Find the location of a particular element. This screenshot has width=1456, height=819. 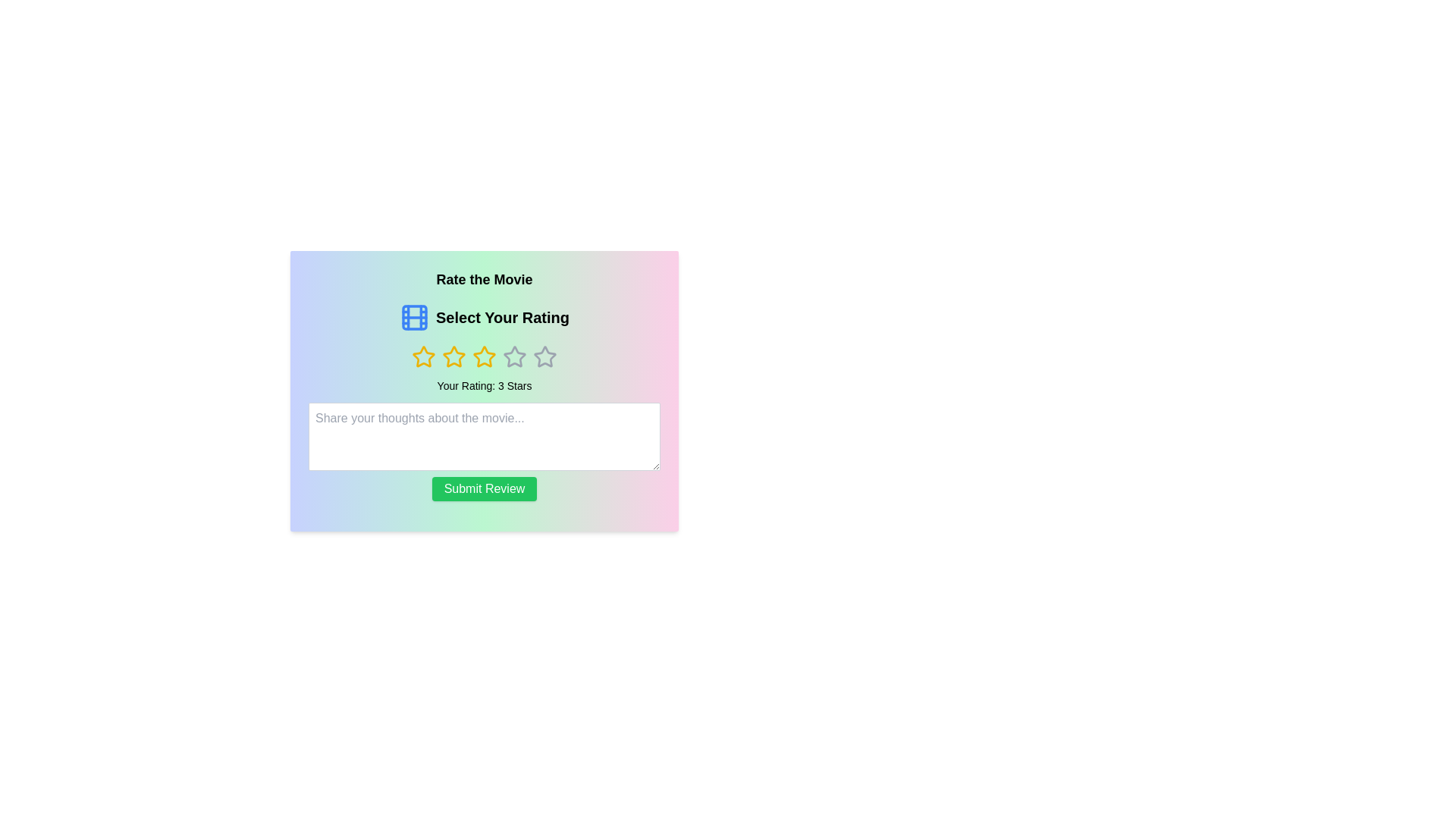

the fourth unselected rating star, which is a hollow star with a light gray outline is located at coordinates (545, 356).